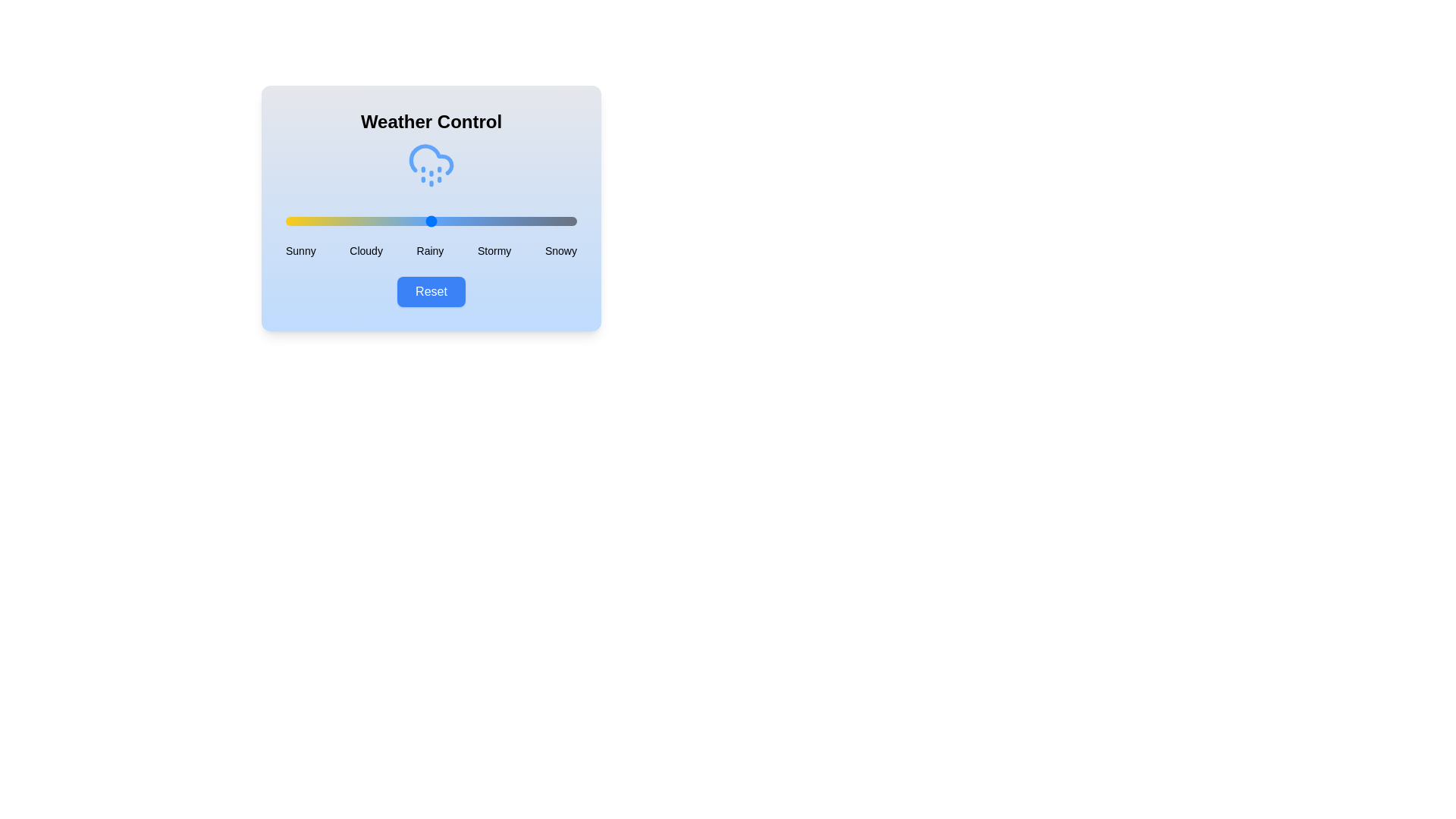 The image size is (1456, 819). What do you see at coordinates (422, 221) in the screenshot?
I see `the weather condition slider to 47` at bounding box center [422, 221].